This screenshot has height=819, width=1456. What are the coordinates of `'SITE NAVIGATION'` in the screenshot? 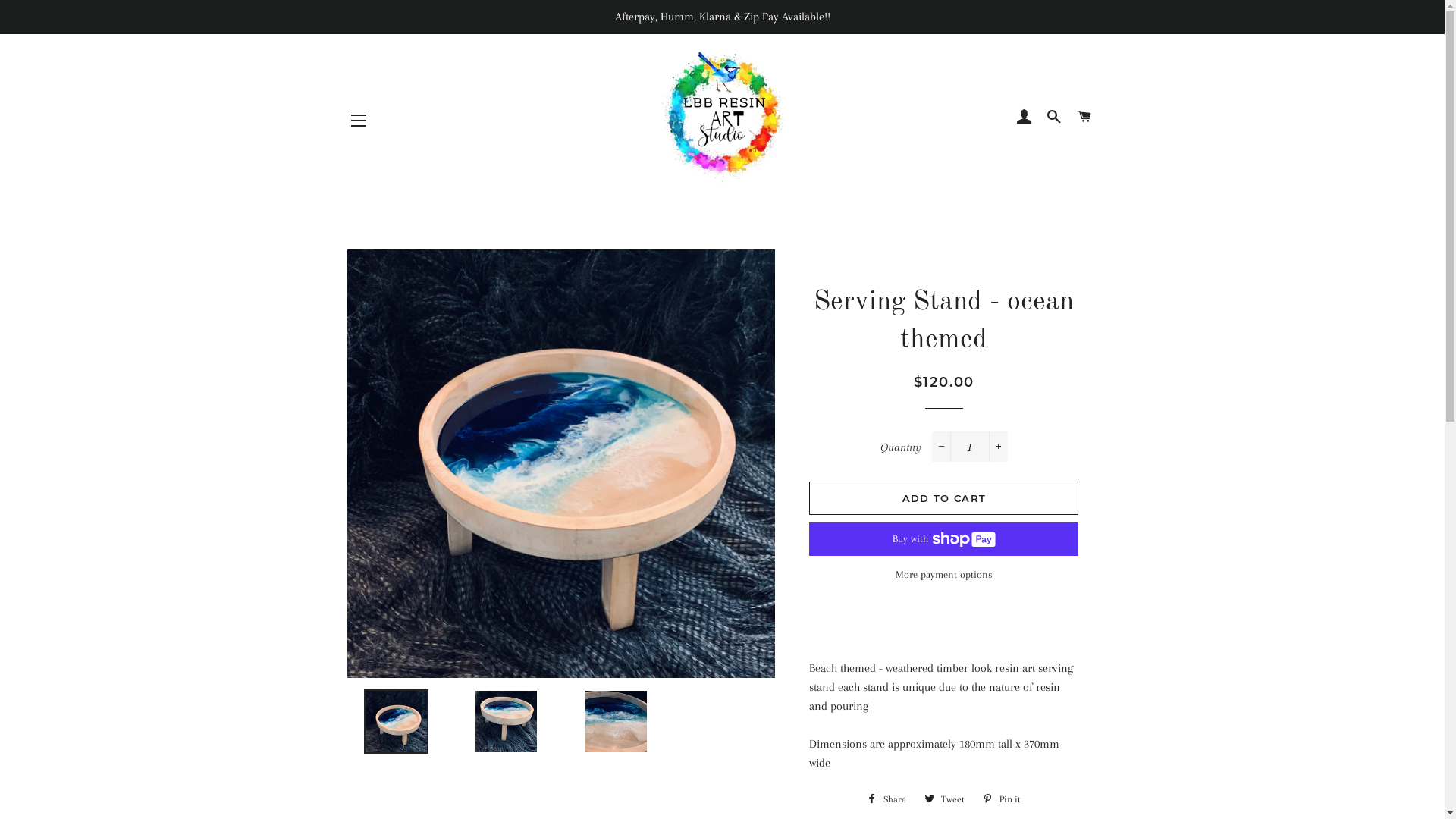 It's located at (358, 119).